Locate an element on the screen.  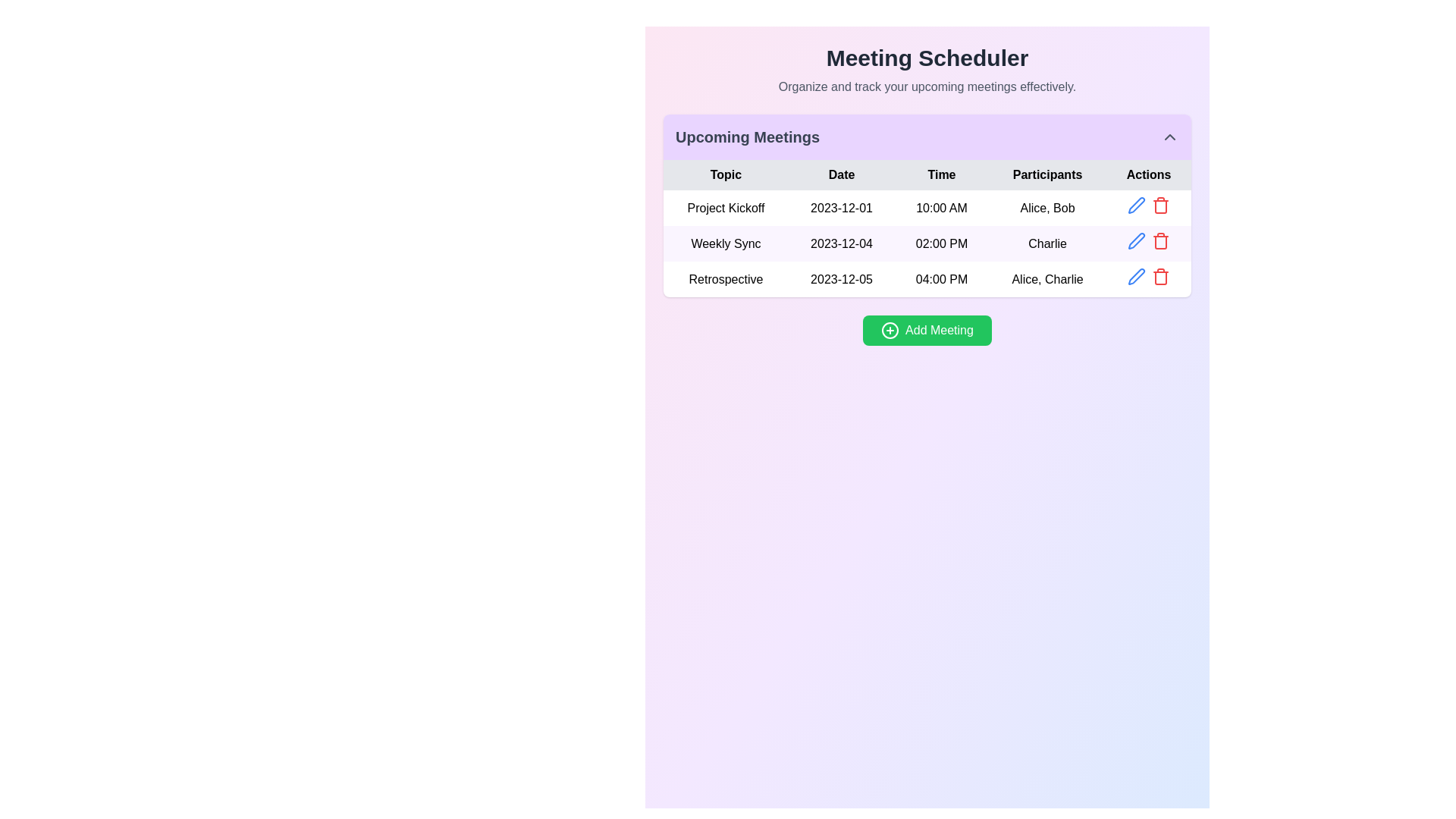
the text label that reads 'Organize and track your upcoming meetings effectively.' which is located below the title 'Meeting Scheduler' is located at coordinates (927, 87).